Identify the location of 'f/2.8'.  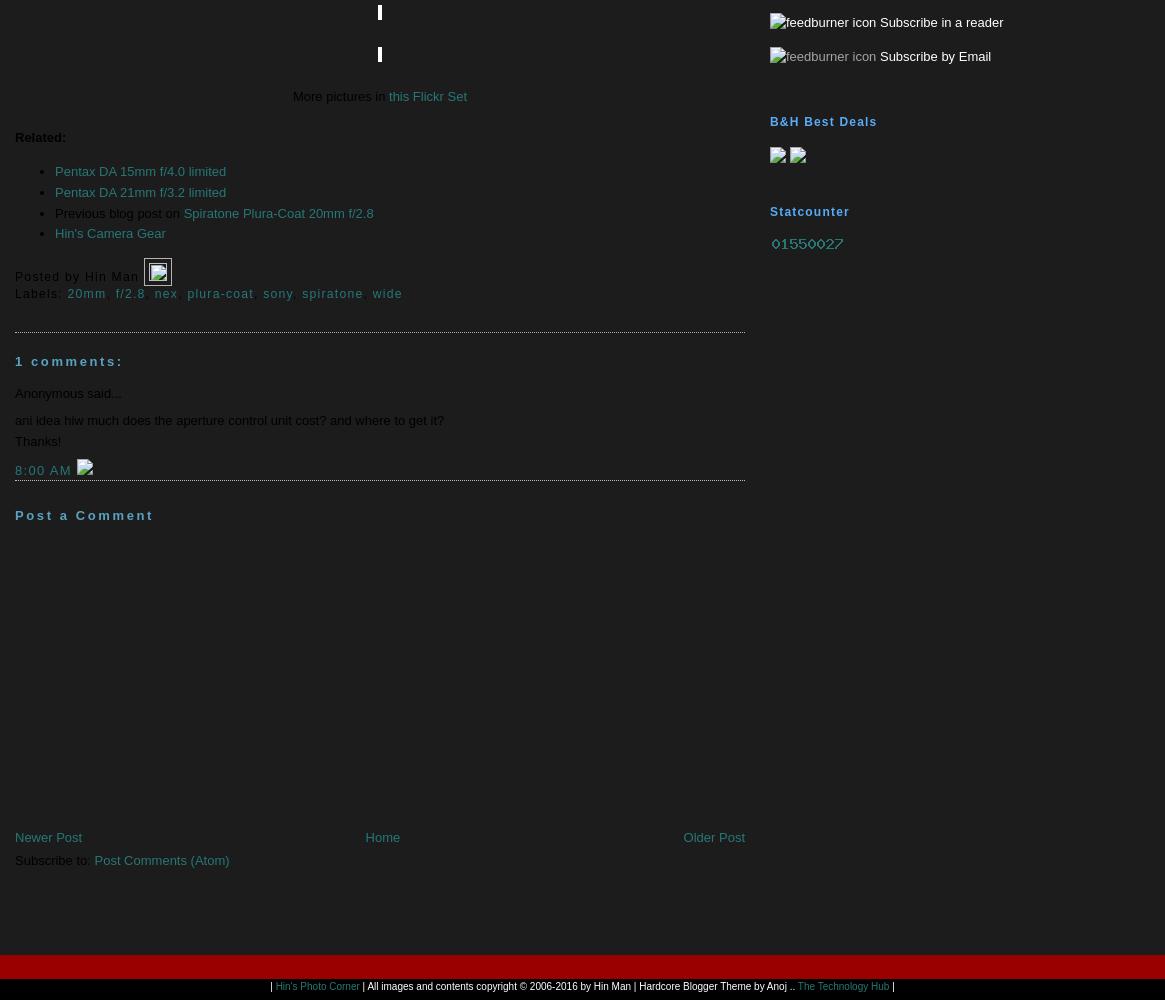
(130, 294).